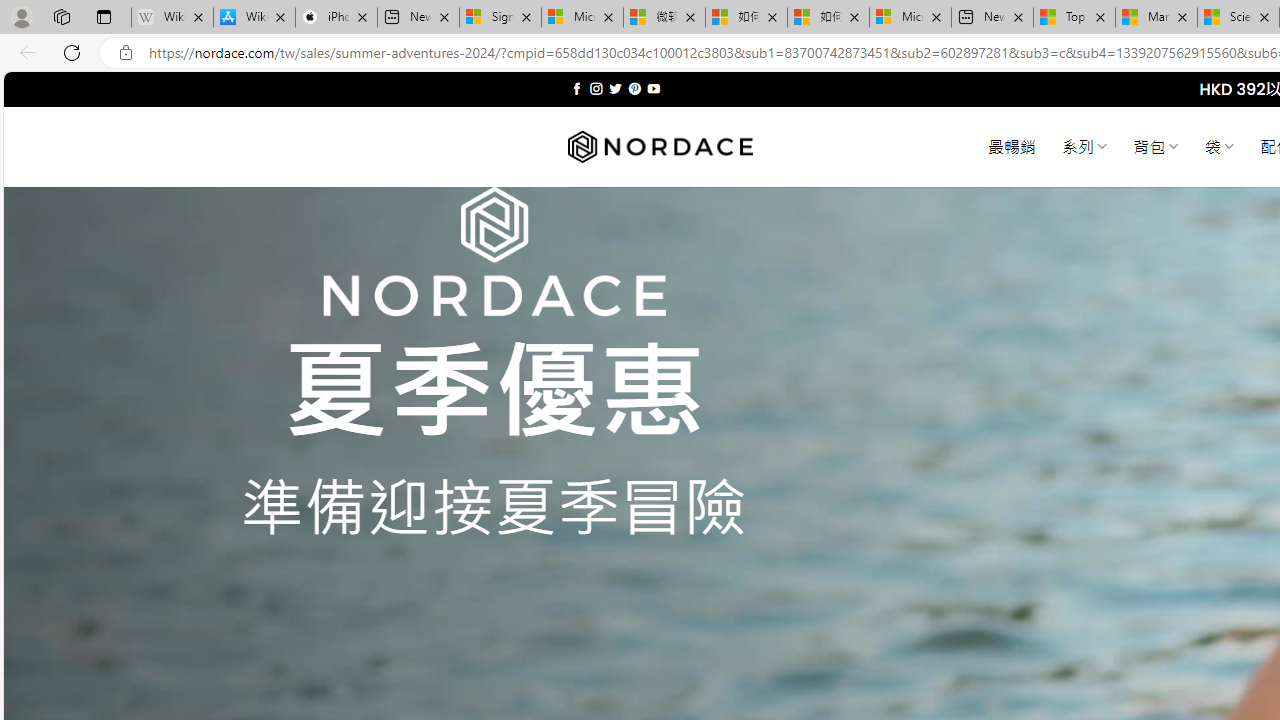 The height and width of the screenshot is (720, 1280). What do you see at coordinates (614, 88) in the screenshot?
I see `'Follow on Twitter'` at bounding box center [614, 88].